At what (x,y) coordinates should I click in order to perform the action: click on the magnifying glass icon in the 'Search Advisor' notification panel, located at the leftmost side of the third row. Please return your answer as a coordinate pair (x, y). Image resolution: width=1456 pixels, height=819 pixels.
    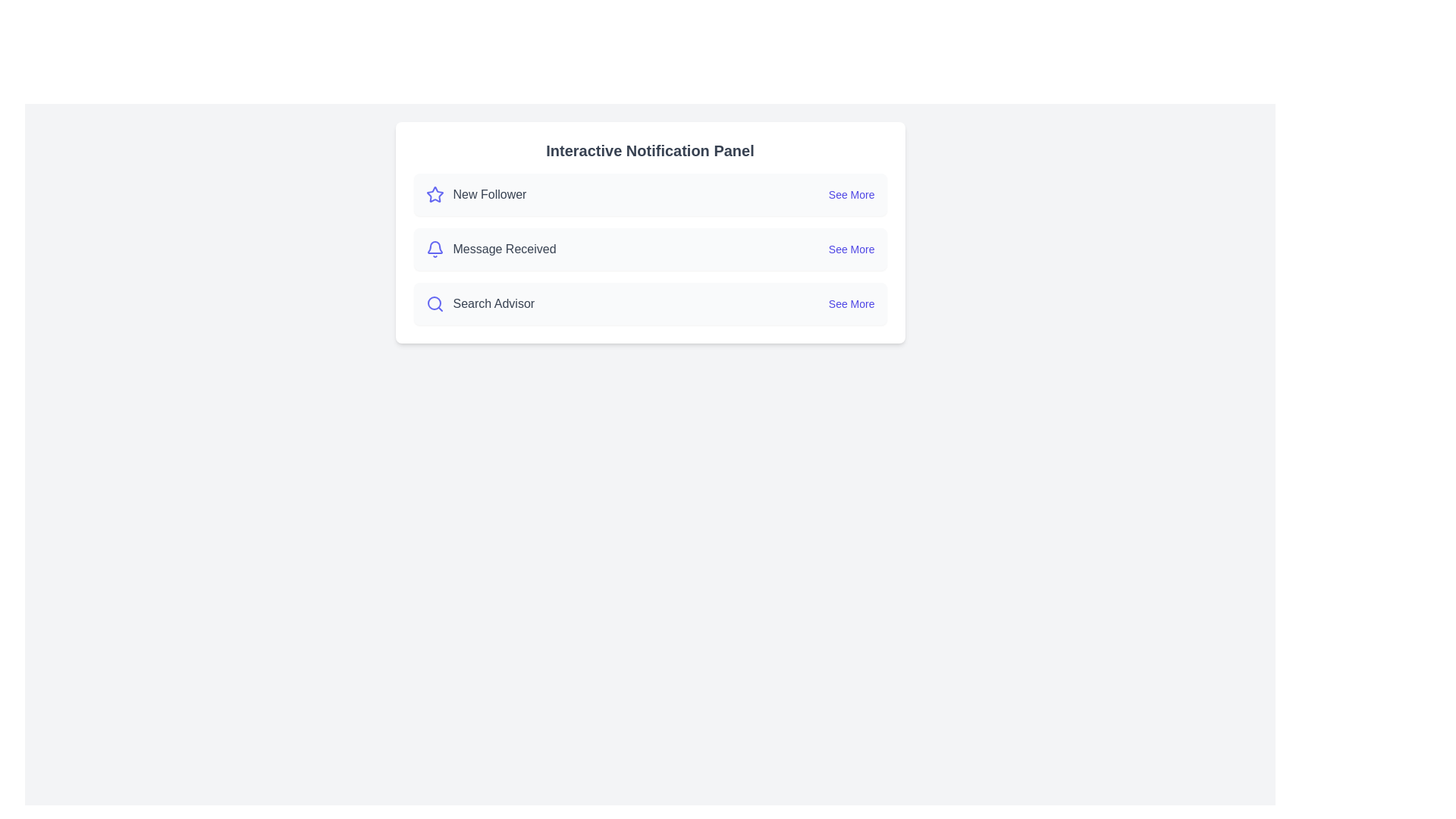
    Looking at the image, I should click on (434, 304).